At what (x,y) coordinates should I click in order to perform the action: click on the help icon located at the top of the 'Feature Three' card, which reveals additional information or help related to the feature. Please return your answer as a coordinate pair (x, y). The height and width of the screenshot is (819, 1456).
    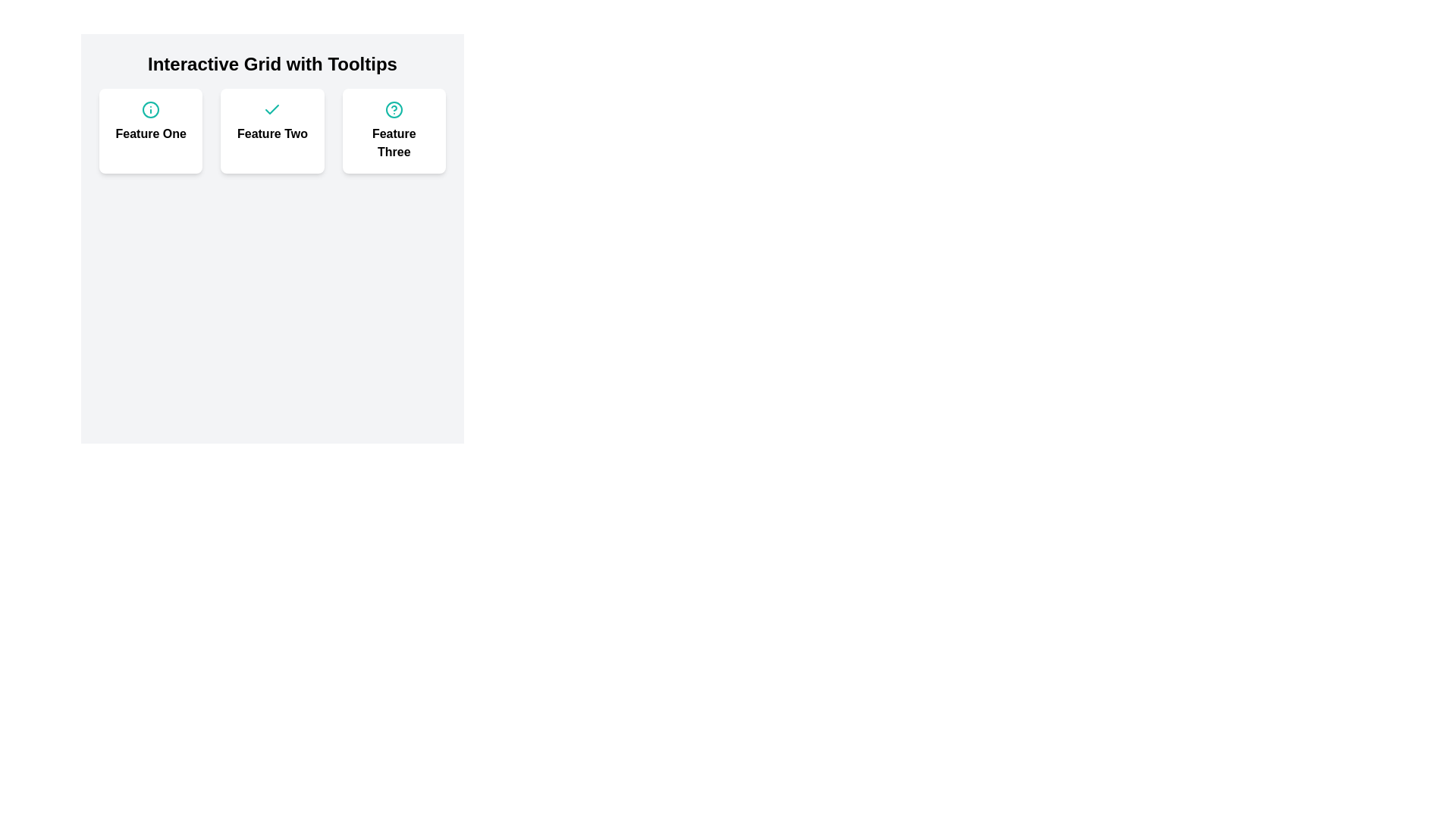
    Looking at the image, I should click on (394, 109).